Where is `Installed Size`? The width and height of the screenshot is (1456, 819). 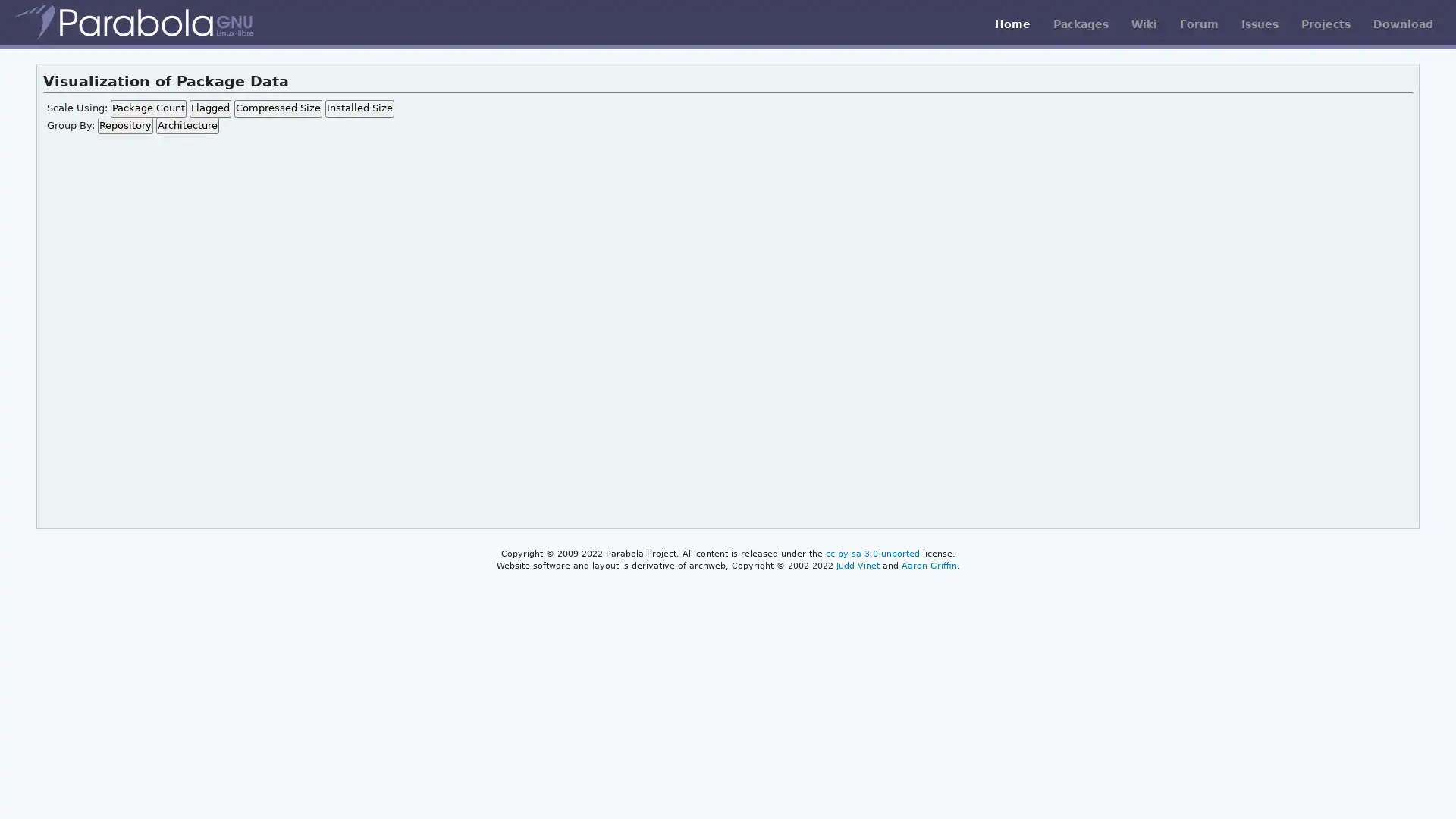 Installed Size is located at coordinates (358, 107).